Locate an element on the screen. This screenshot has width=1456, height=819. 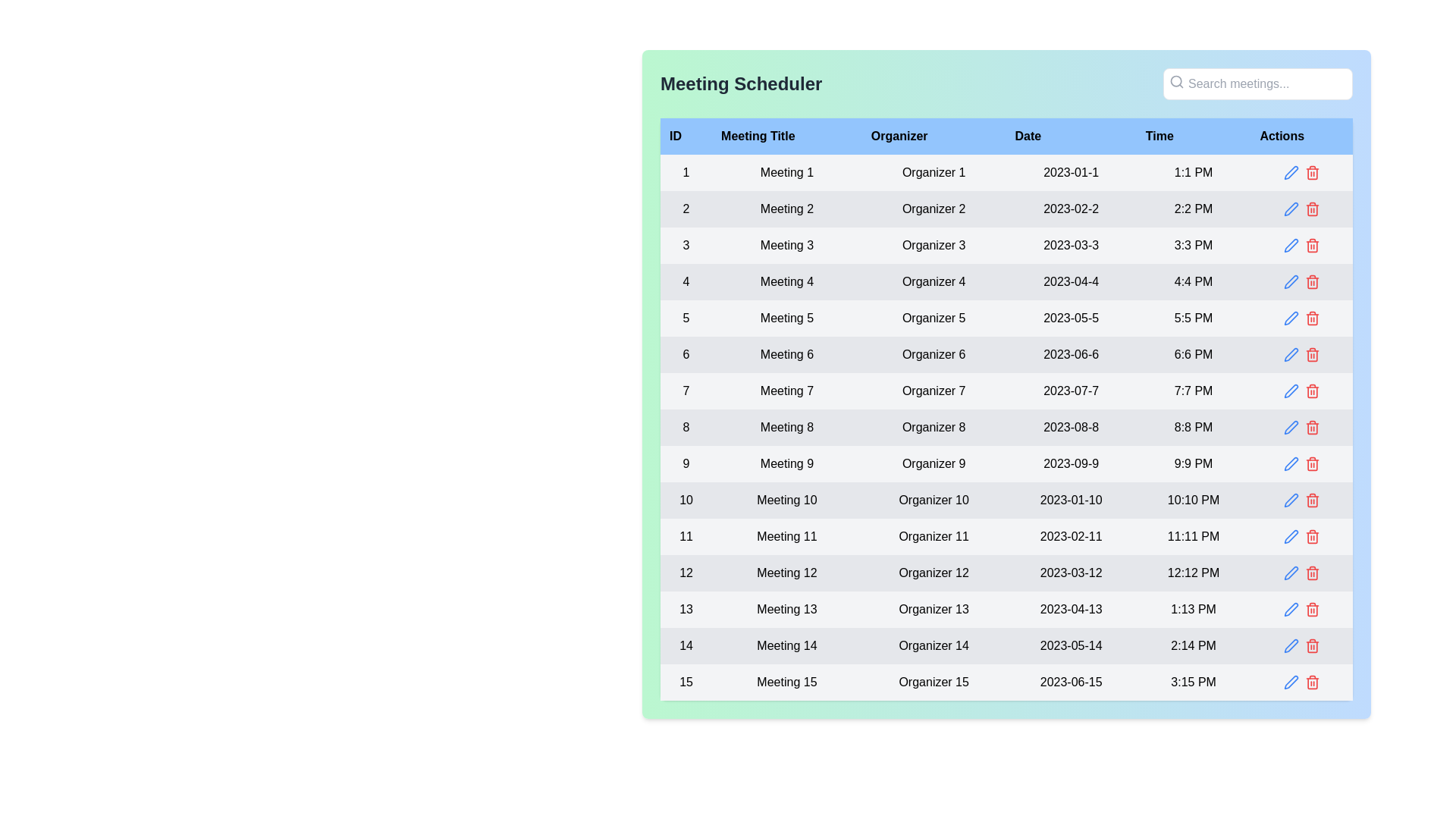
the static text displaying the date in the fourth row of the meeting schedule table, which is centered in the column labeled 'Date' is located at coordinates (1070, 281).